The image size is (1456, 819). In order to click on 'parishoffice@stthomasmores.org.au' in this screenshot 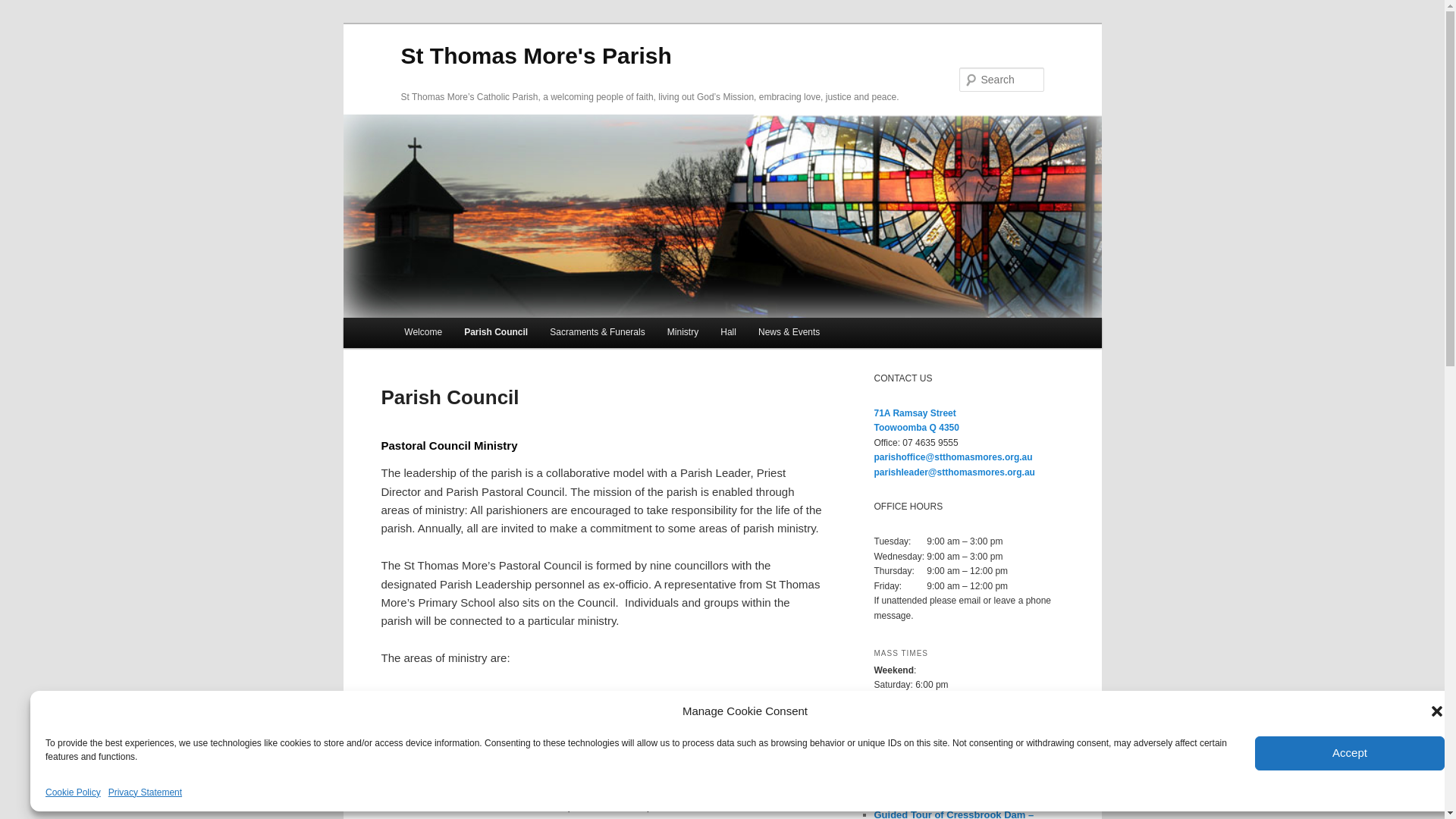, I will do `click(952, 456)`.